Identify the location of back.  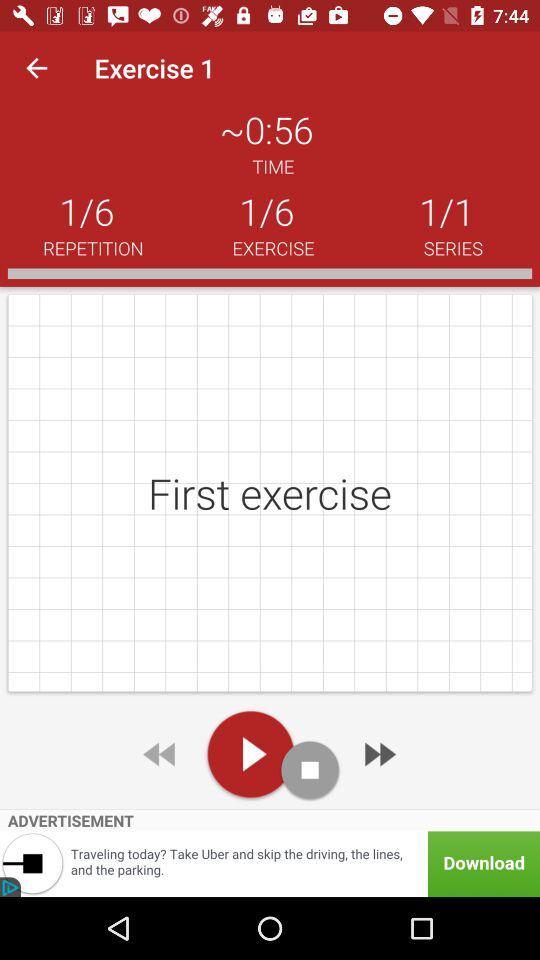
(160, 753).